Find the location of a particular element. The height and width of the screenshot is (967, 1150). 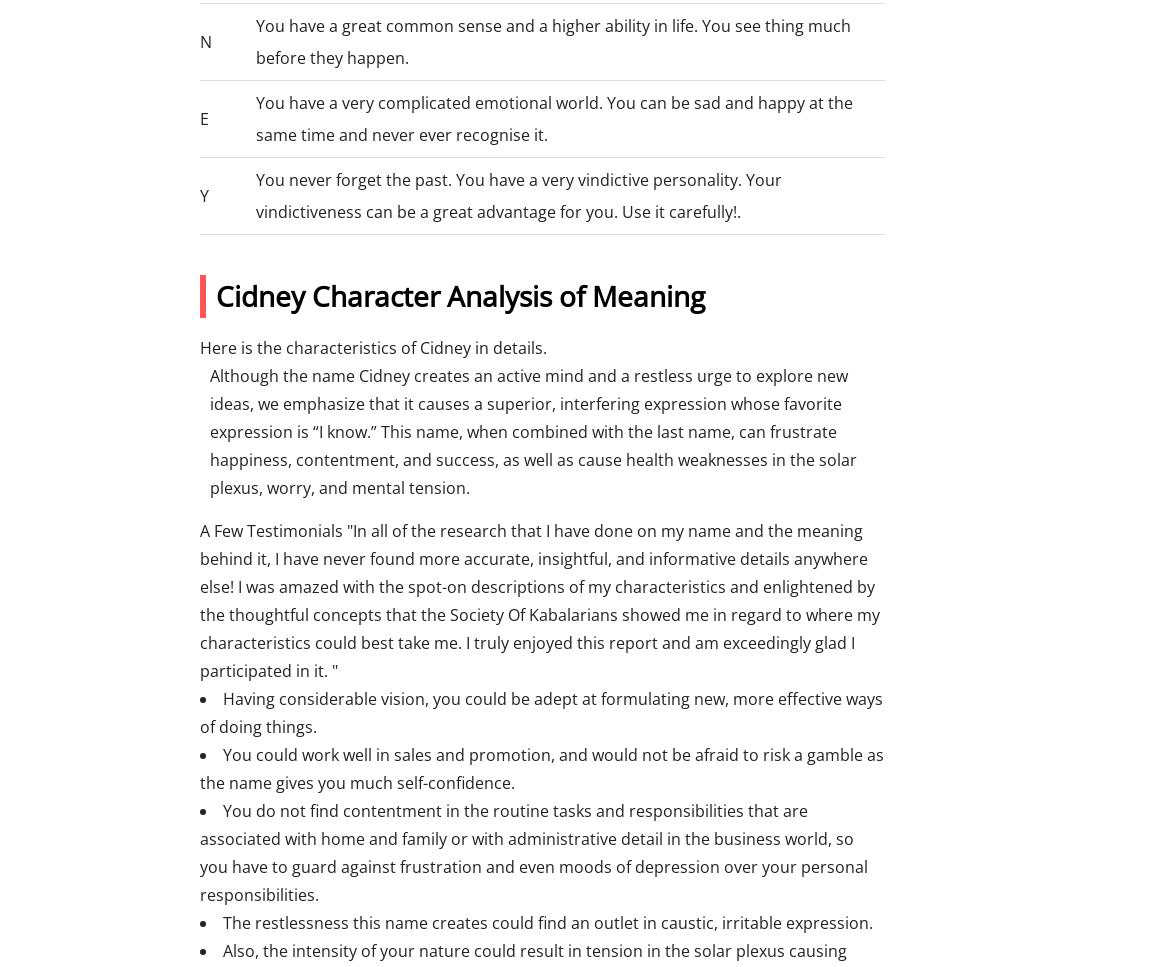

'Y' is located at coordinates (203, 194).